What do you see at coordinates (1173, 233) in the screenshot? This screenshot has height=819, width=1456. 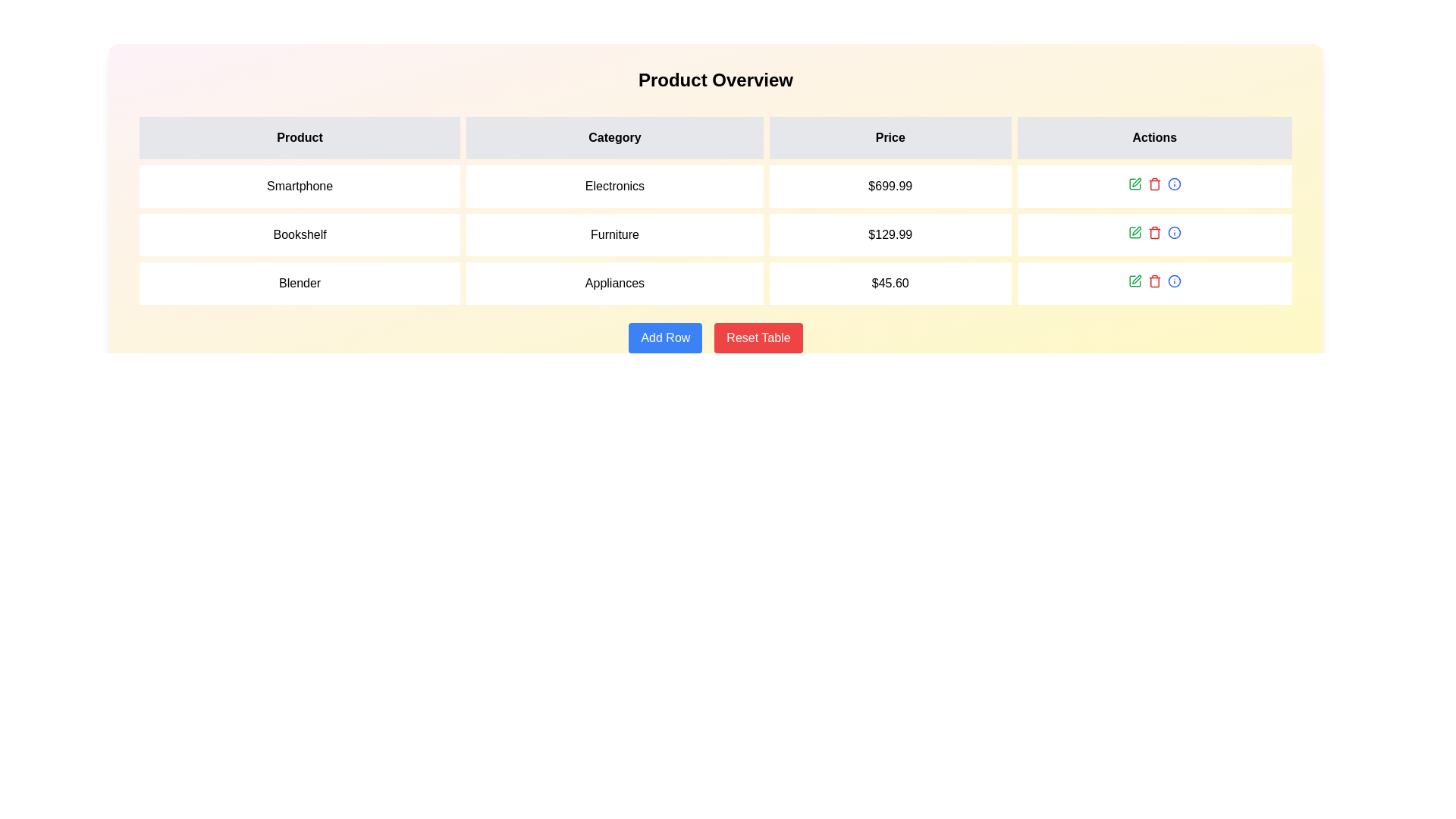 I see `the Icon Button in the Actions column of the third row associated with the 'Blender' row` at bounding box center [1173, 233].